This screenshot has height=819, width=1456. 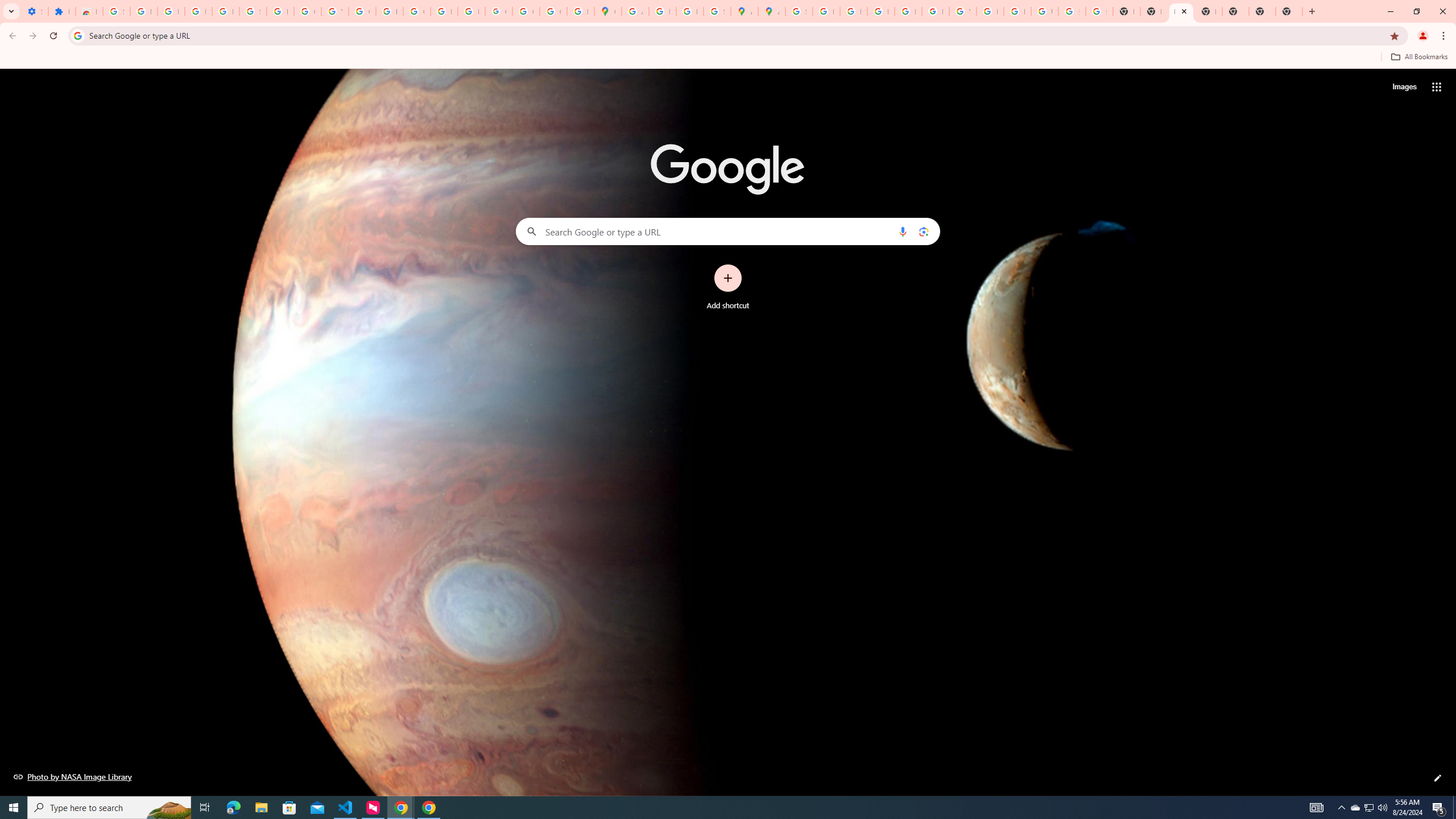 I want to click on 'Privacy Help Center - Policies Help', so click(x=853, y=11).